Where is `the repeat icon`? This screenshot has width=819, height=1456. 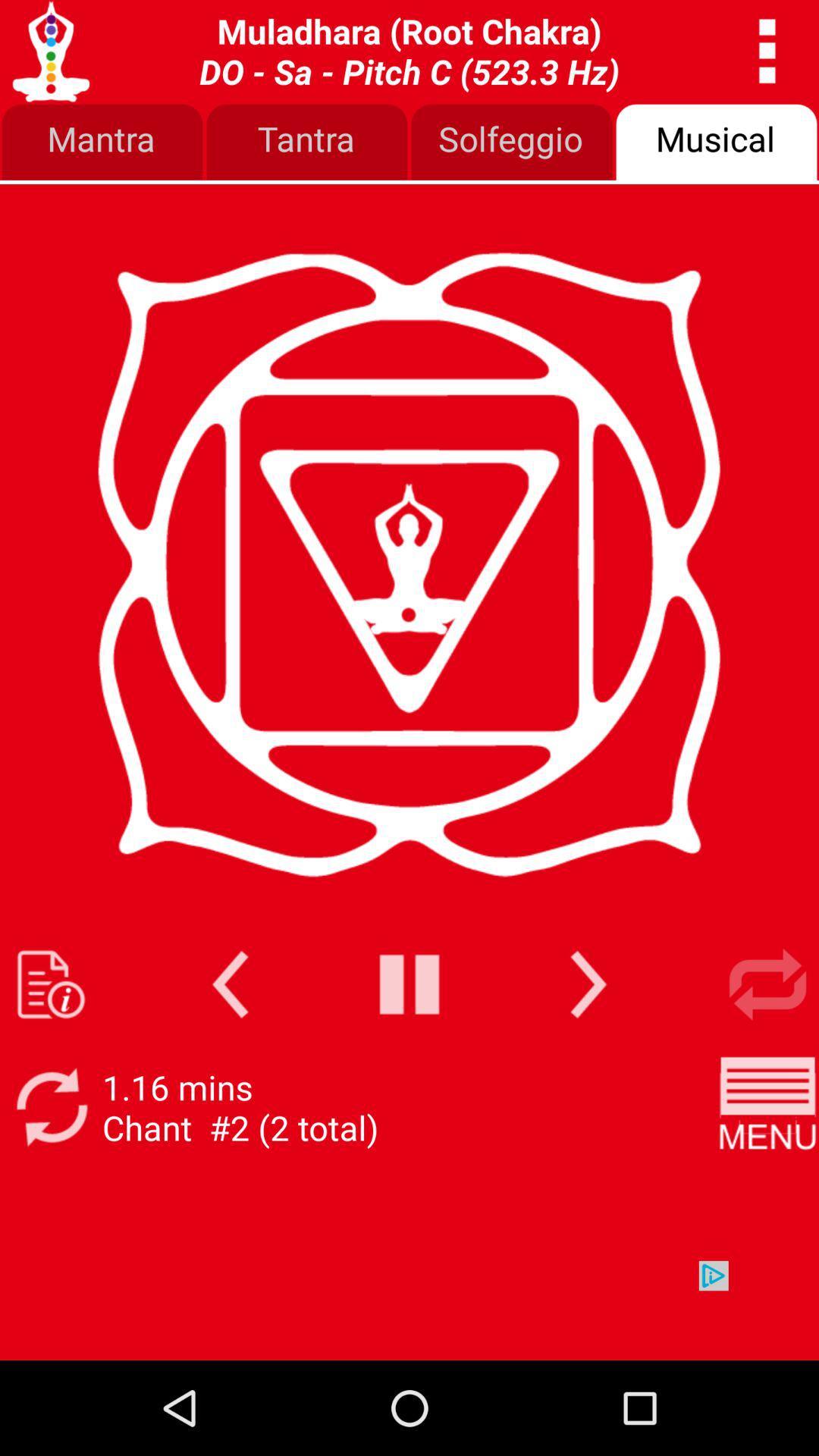
the repeat icon is located at coordinates (767, 1053).